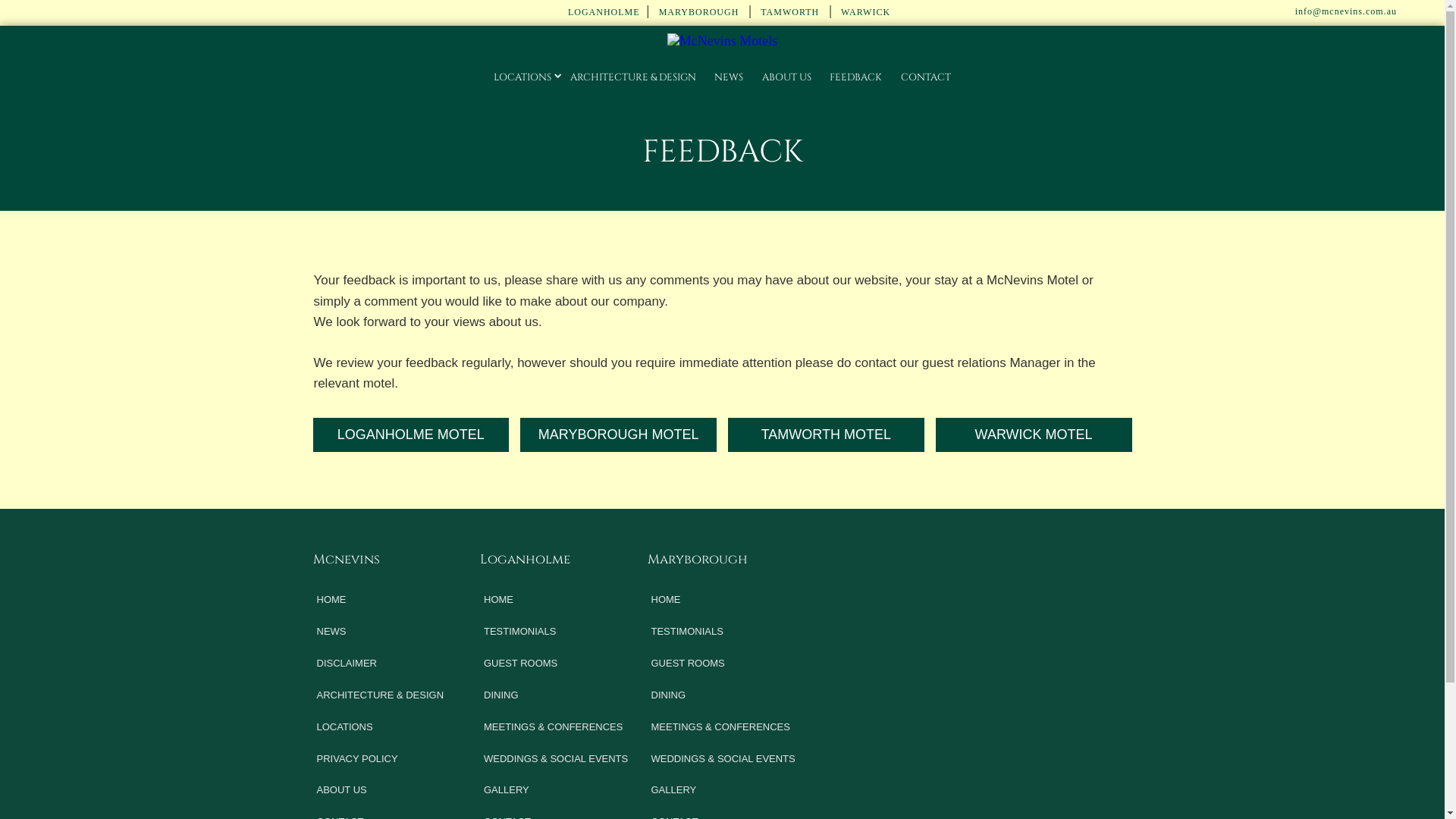 Image resolution: width=1456 pixels, height=819 pixels. Describe the element at coordinates (648, 726) in the screenshot. I see `'MEETINGS & CONFERENCES'` at that location.